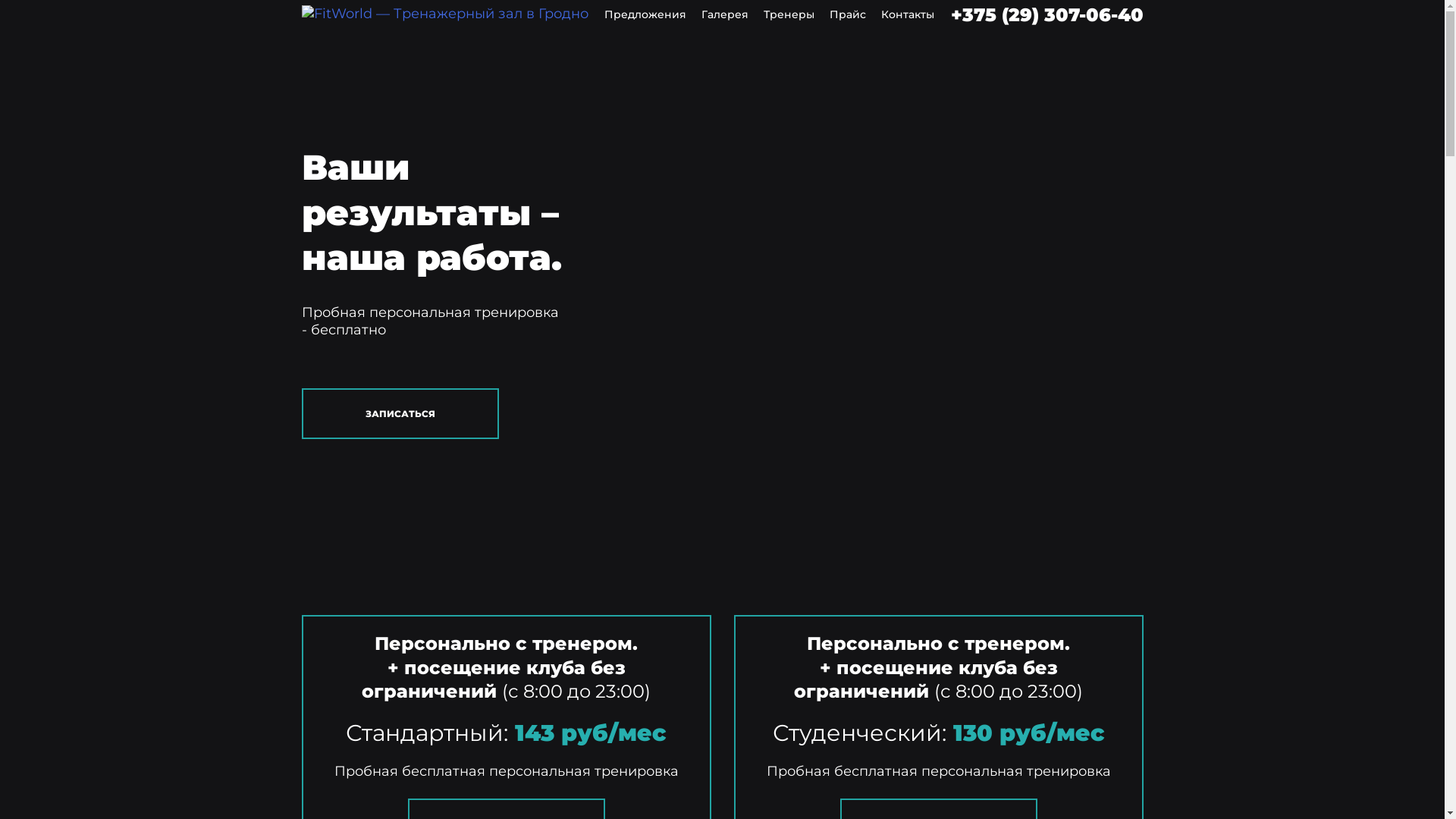  I want to click on '+375 (29) 307-06-40', so click(1046, 14).